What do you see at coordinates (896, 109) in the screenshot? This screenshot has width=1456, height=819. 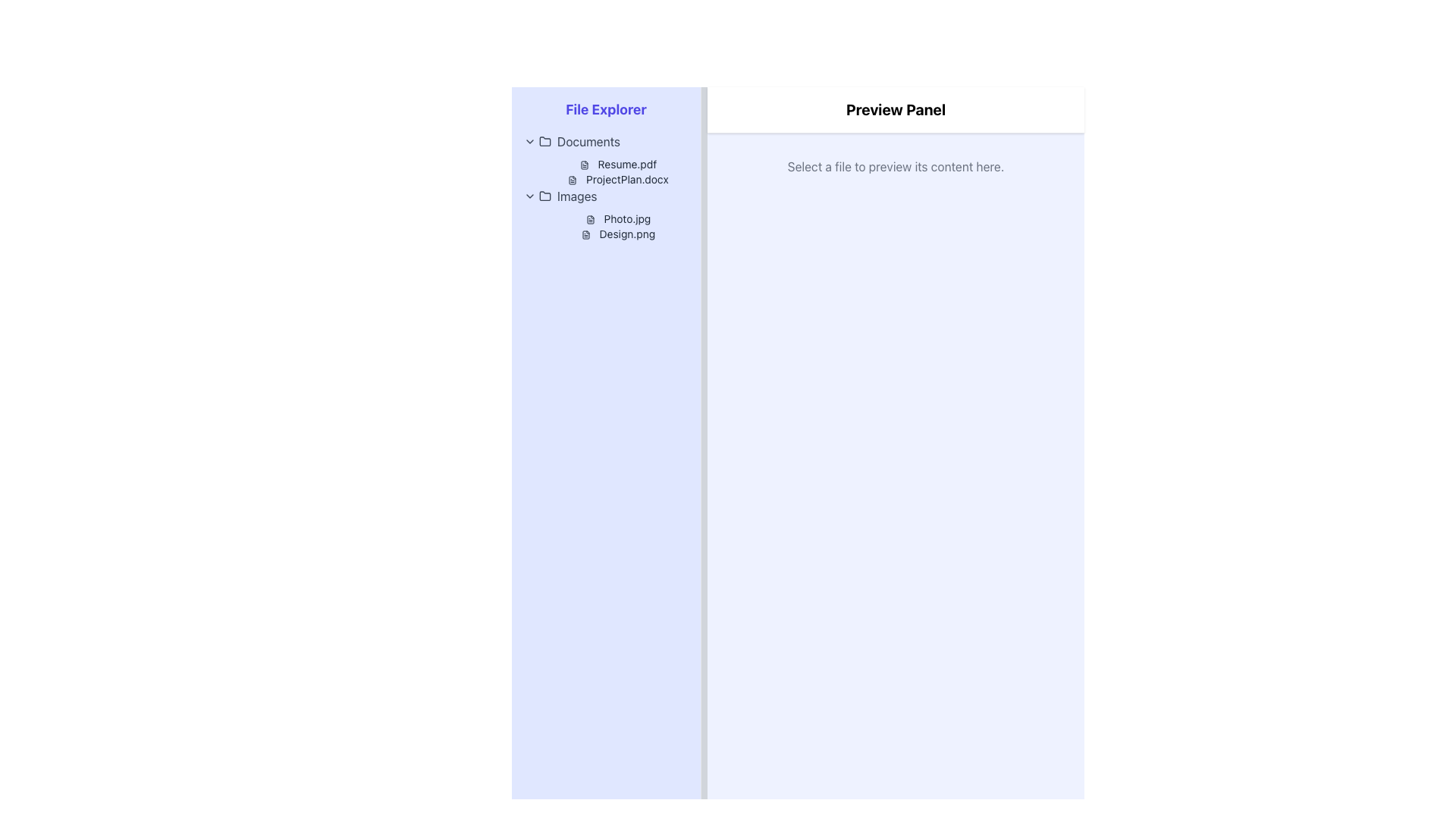 I see `text from the bold 'Preview Panel' label located in the header section of the right panel, which is visually distinct with a large font size in black color` at bounding box center [896, 109].